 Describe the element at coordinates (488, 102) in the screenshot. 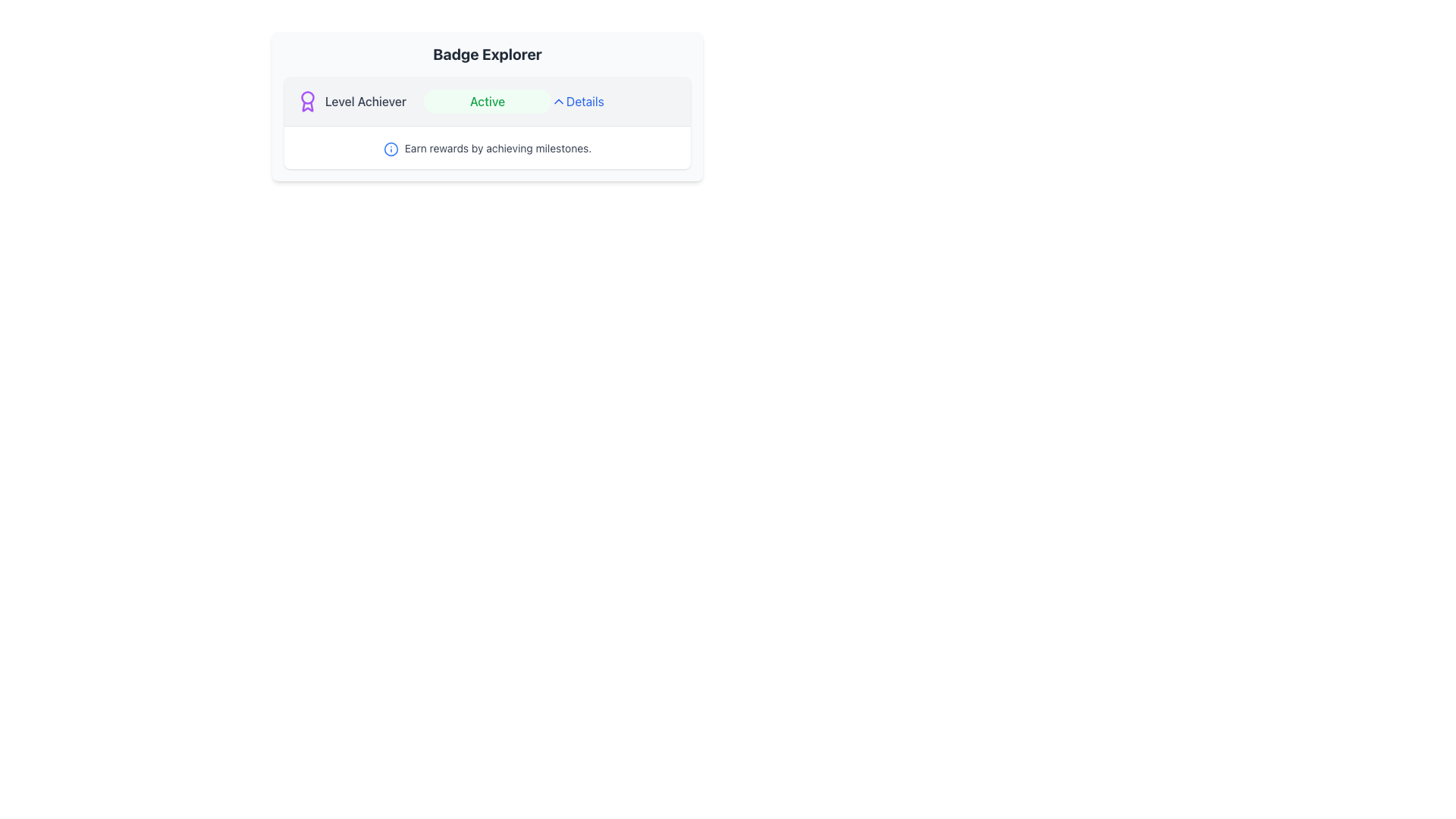

I see `the Informational Section containing the purple award icon, green active badge, and blue details text` at that location.